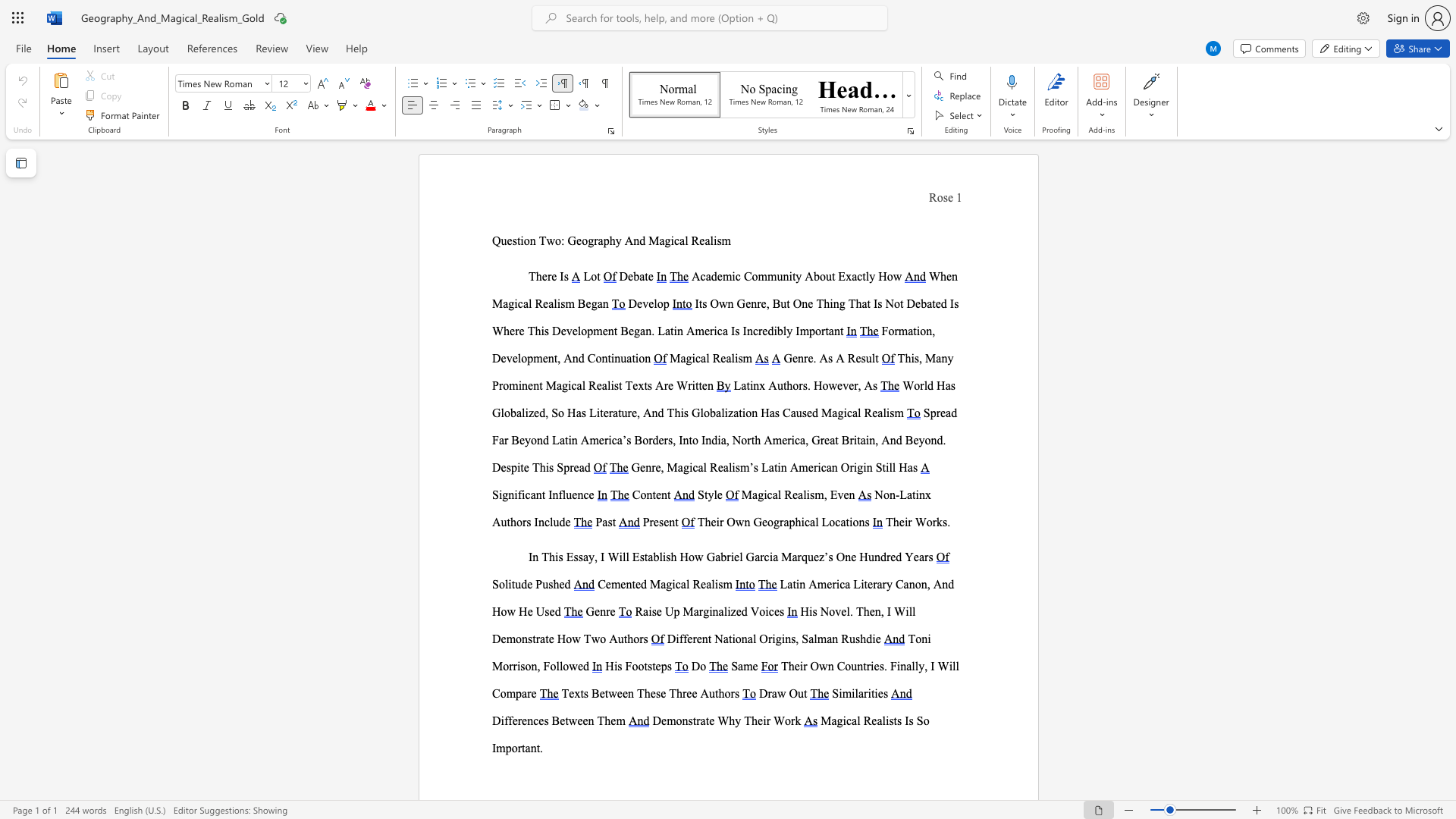 Image resolution: width=1456 pixels, height=819 pixels. What do you see at coordinates (510, 521) in the screenshot?
I see `the subset text "hors Incl" within the text "Non-Latinx Authors Include"` at bounding box center [510, 521].